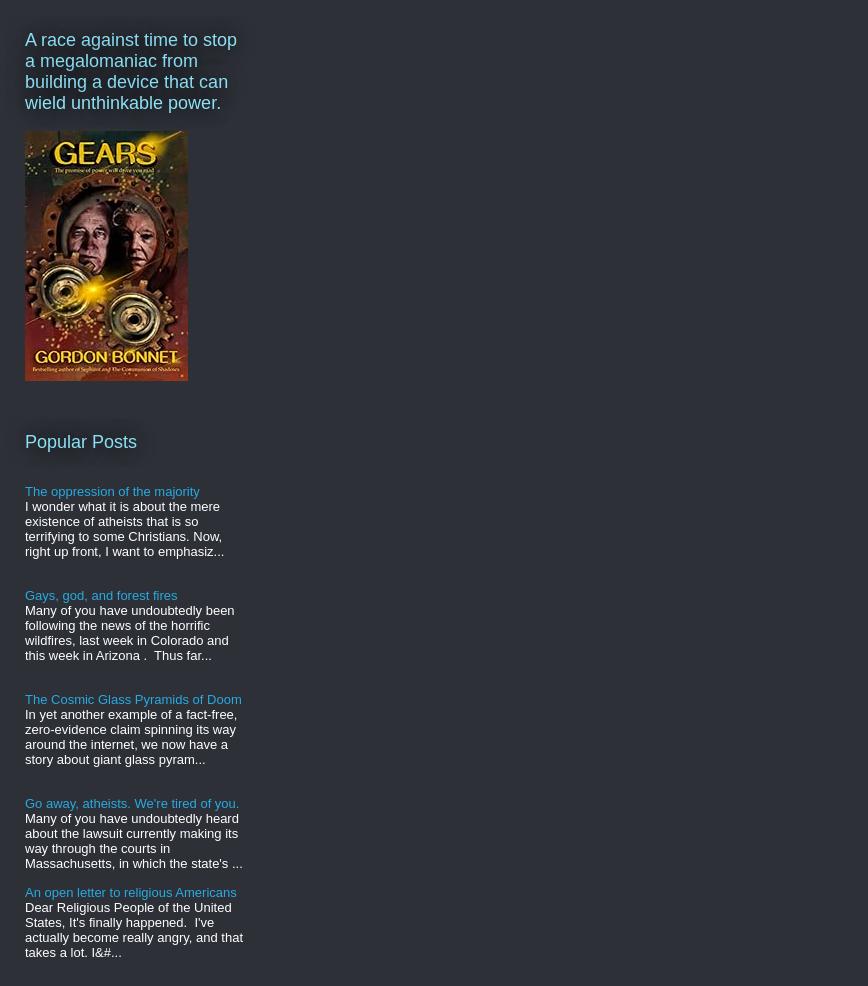 The width and height of the screenshot is (868, 986). I want to click on 'Dear Religious People of the United States,   It's finally happened.  I've actually become really angry, and that takes a lot.   I&#...', so click(134, 929).